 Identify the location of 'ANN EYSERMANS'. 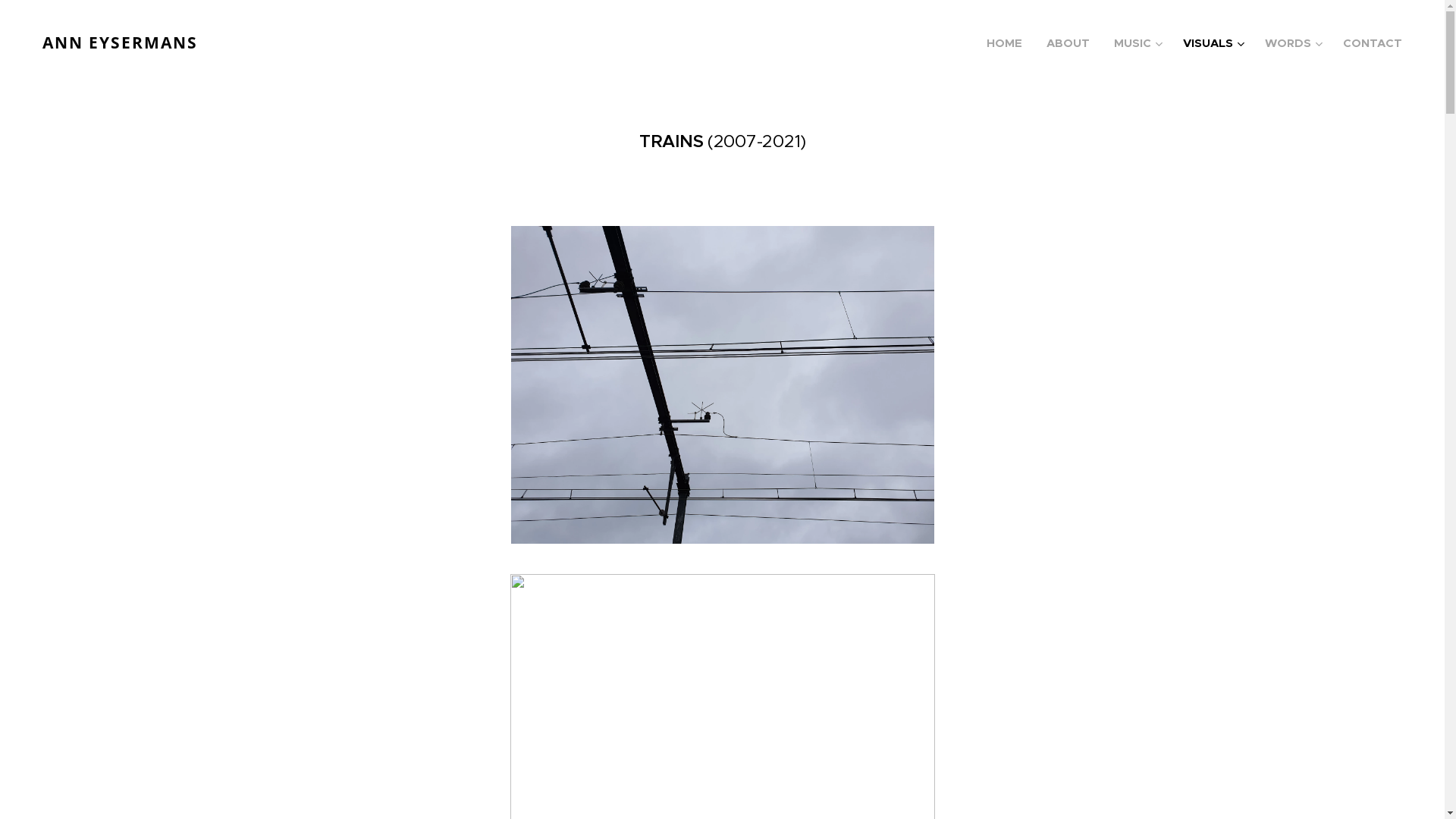
(119, 42).